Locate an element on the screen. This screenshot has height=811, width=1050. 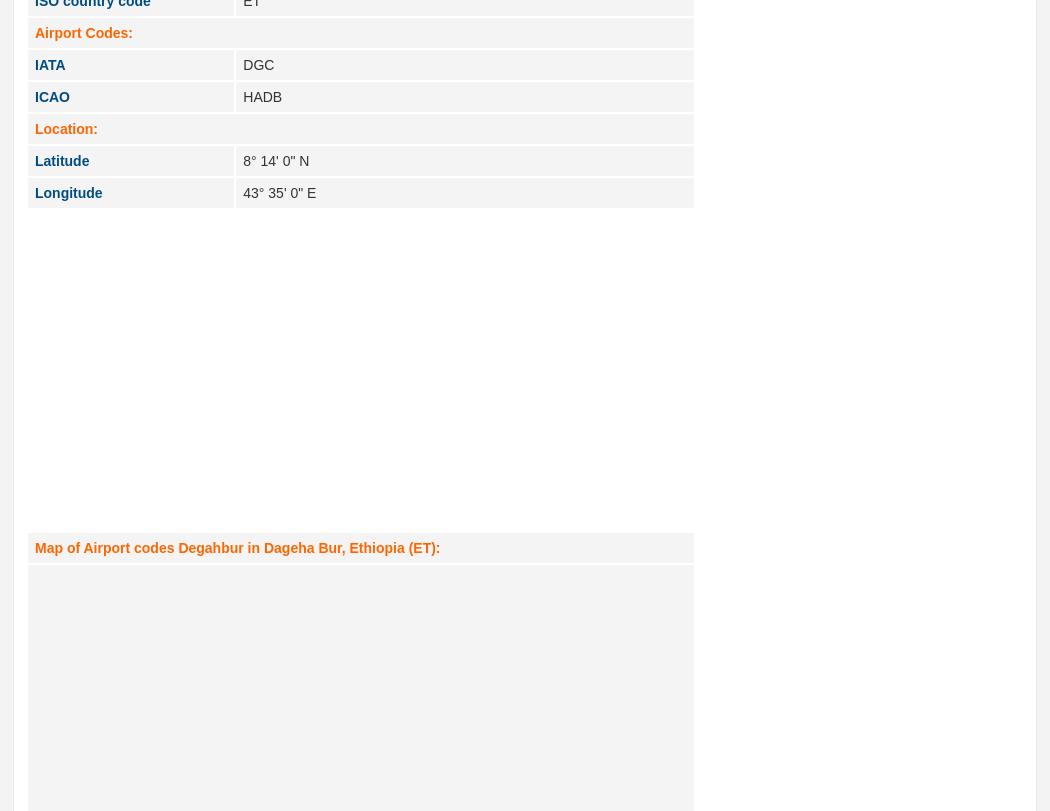
'Longitude' is located at coordinates (34, 193).